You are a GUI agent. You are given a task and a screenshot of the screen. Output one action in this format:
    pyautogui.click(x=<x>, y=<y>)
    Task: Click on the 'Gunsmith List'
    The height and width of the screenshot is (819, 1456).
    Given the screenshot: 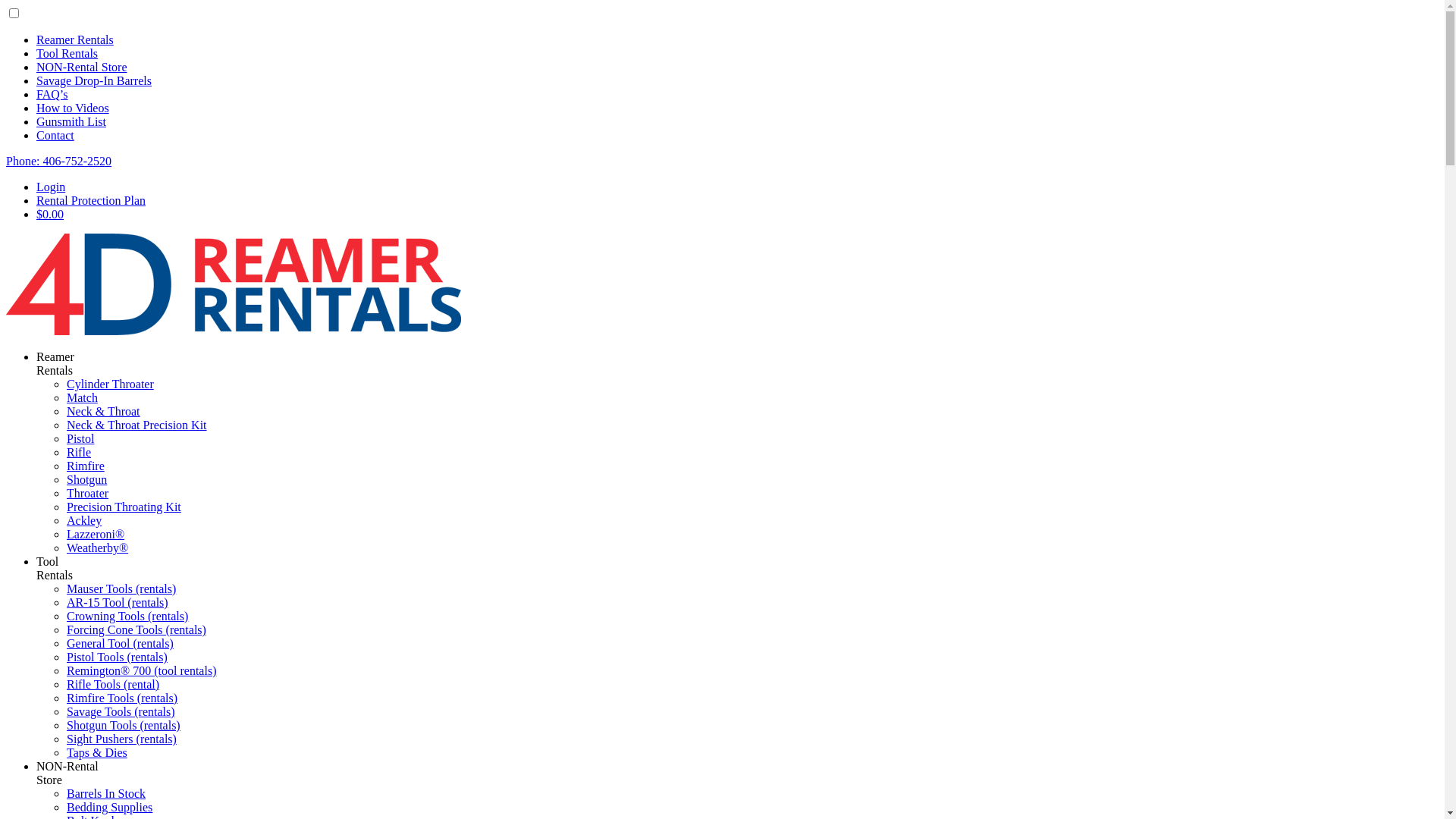 What is the action you would take?
    pyautogui.click(x=71, y=121)
    